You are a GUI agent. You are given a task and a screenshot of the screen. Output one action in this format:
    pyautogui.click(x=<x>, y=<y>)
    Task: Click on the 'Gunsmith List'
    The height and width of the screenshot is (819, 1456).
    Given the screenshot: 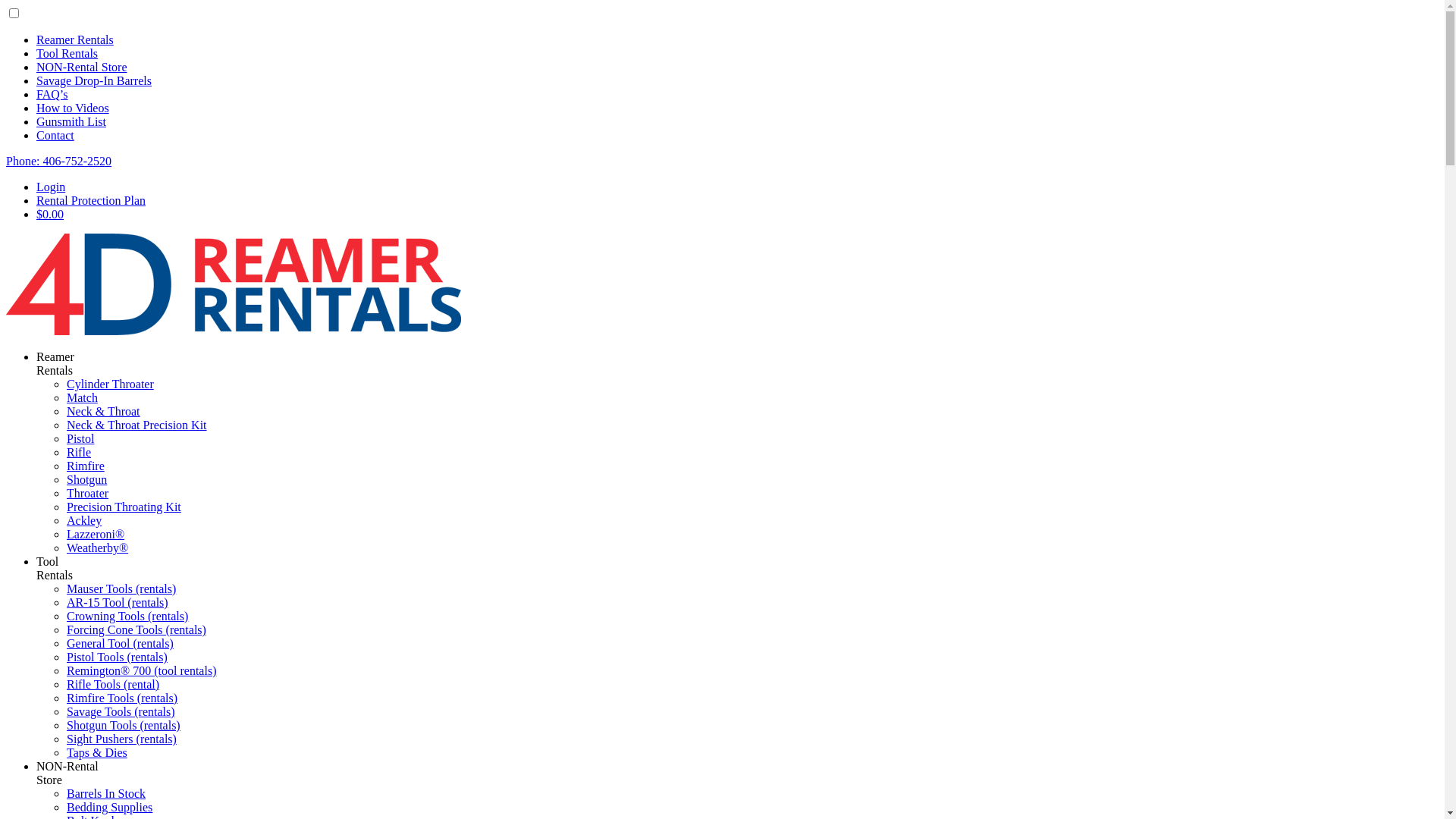 What is the action you would take?
    pyautogui.click(x=71, y=121)
    